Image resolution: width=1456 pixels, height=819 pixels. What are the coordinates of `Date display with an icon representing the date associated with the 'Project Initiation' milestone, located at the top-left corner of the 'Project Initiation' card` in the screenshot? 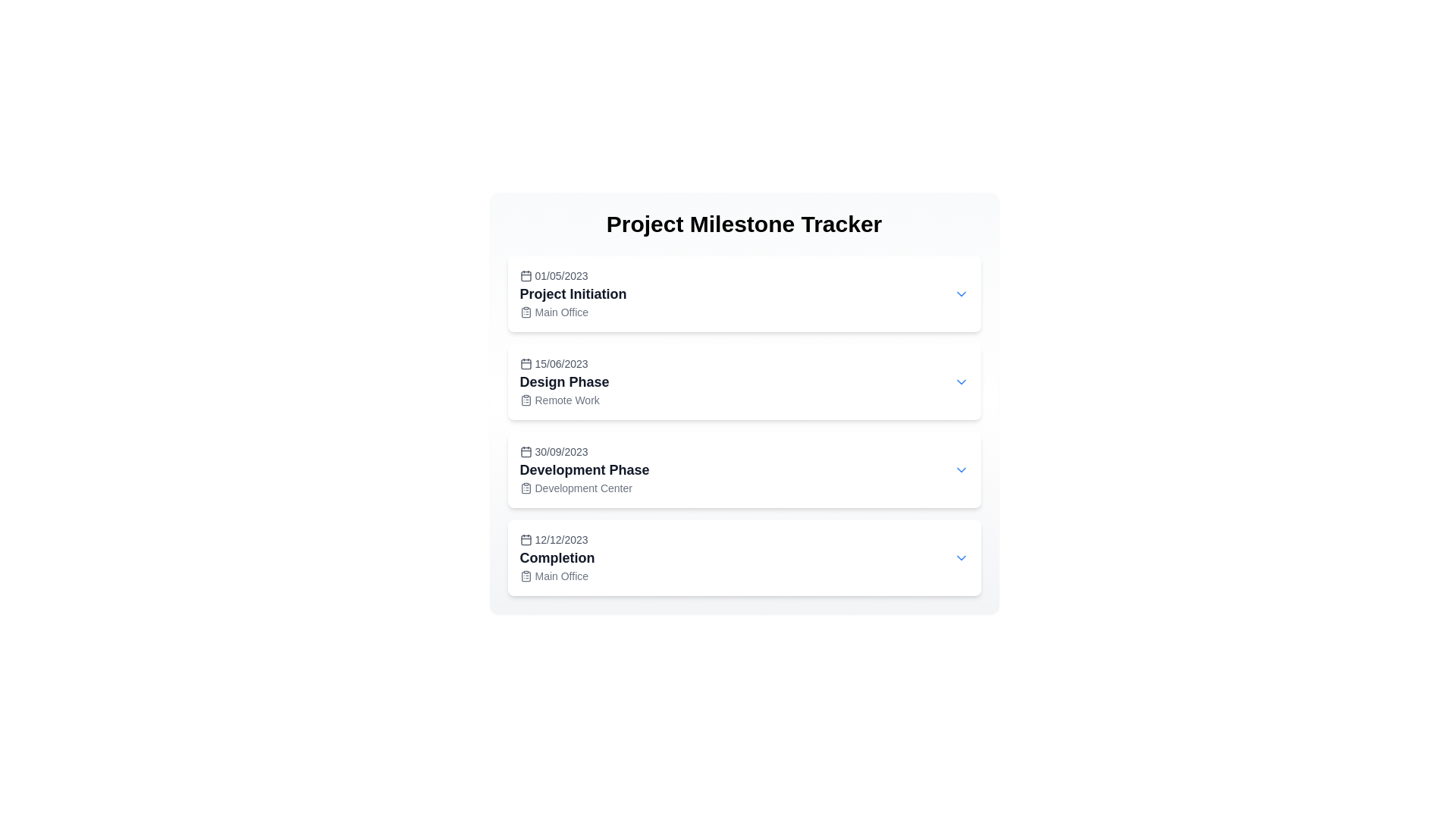 It's located at (573, 275).